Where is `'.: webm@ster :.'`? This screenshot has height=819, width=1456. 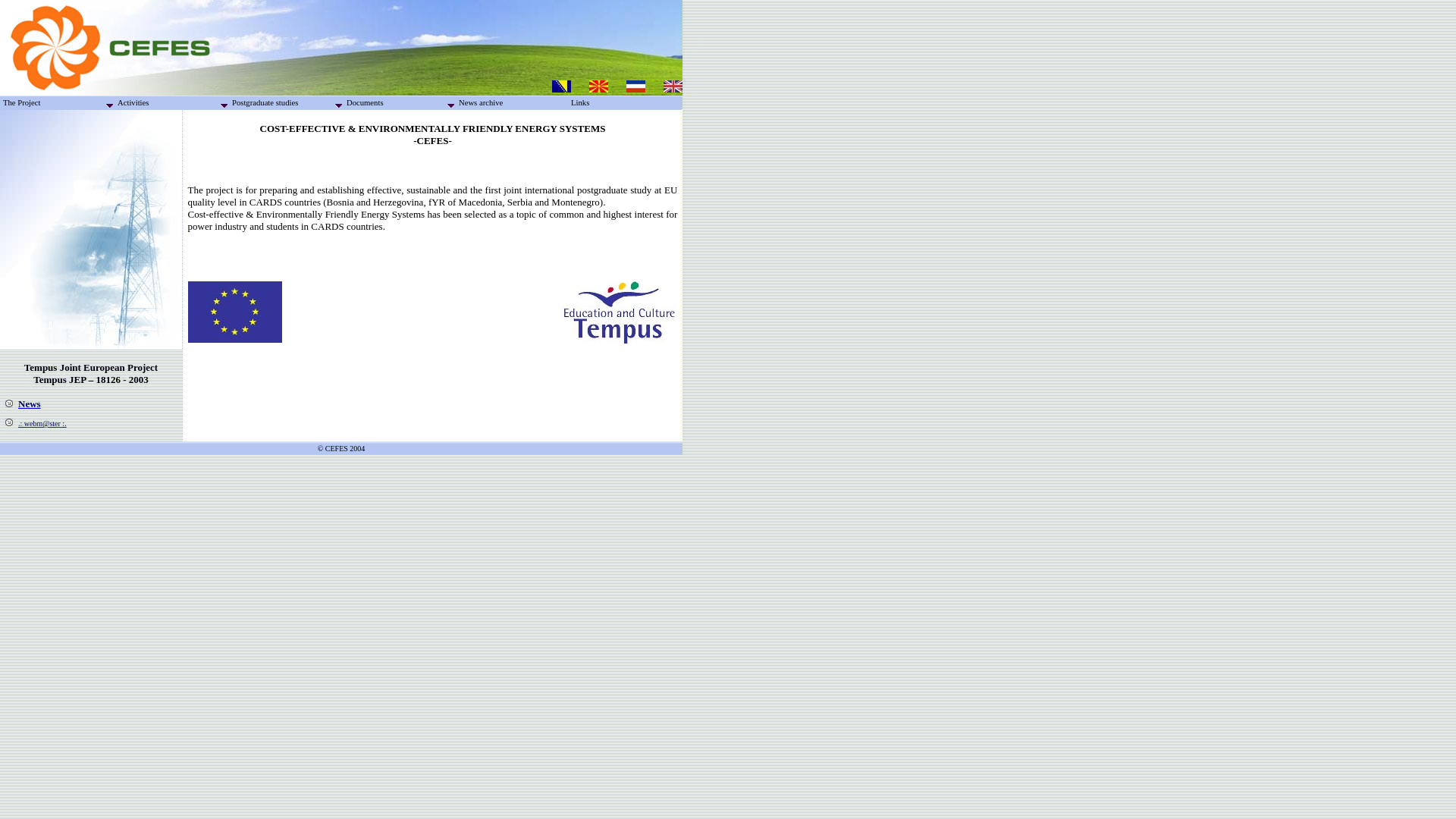
'.: webm@ster :.' is located at coordinates (42, 423).